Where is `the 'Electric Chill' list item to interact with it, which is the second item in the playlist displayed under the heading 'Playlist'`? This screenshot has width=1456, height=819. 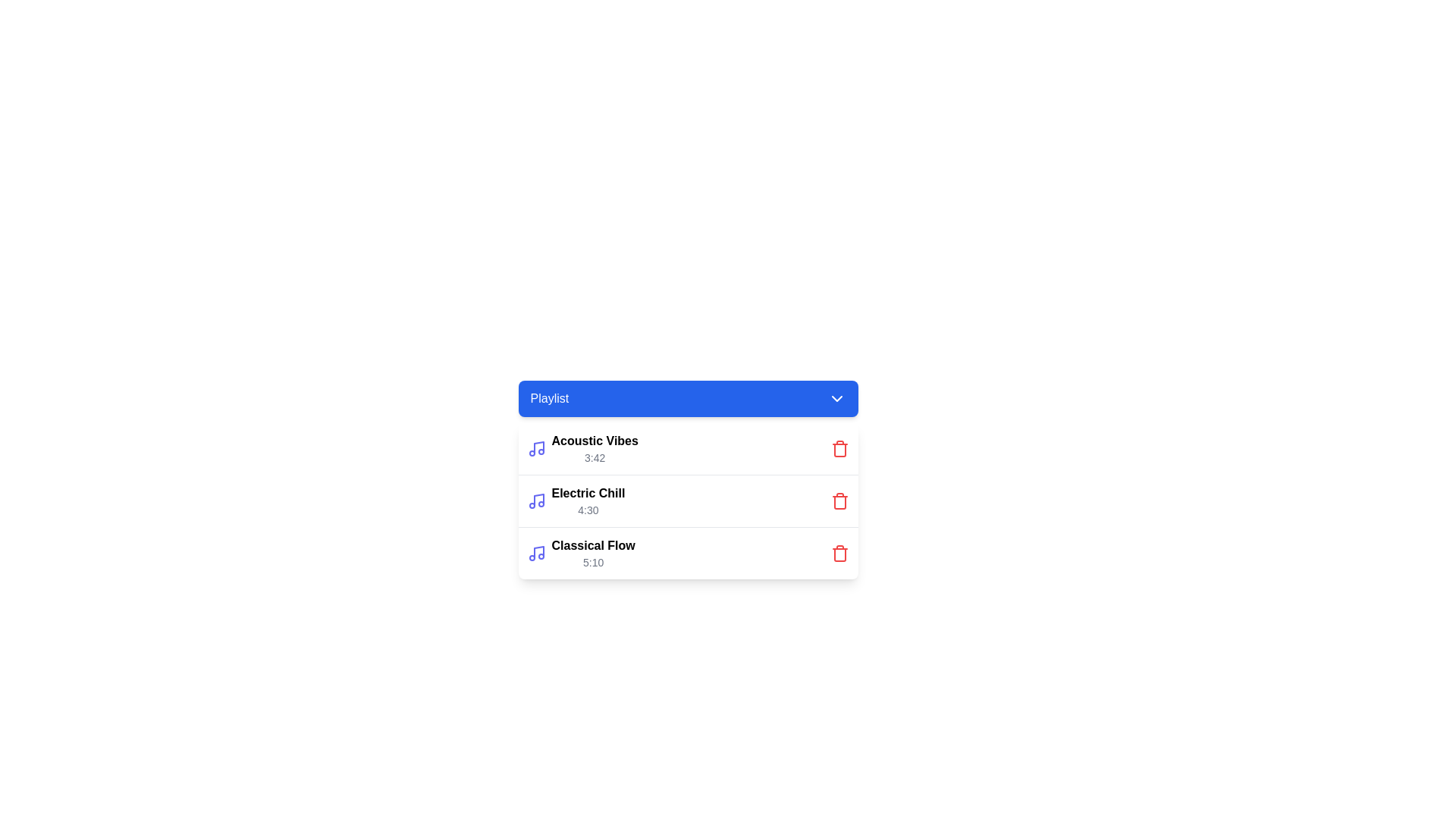
the 'Electric Chill' list item to interact with it, which is the second item in the playlist displayed under the heading 'Playlist' is located at coordinates (587, 500).